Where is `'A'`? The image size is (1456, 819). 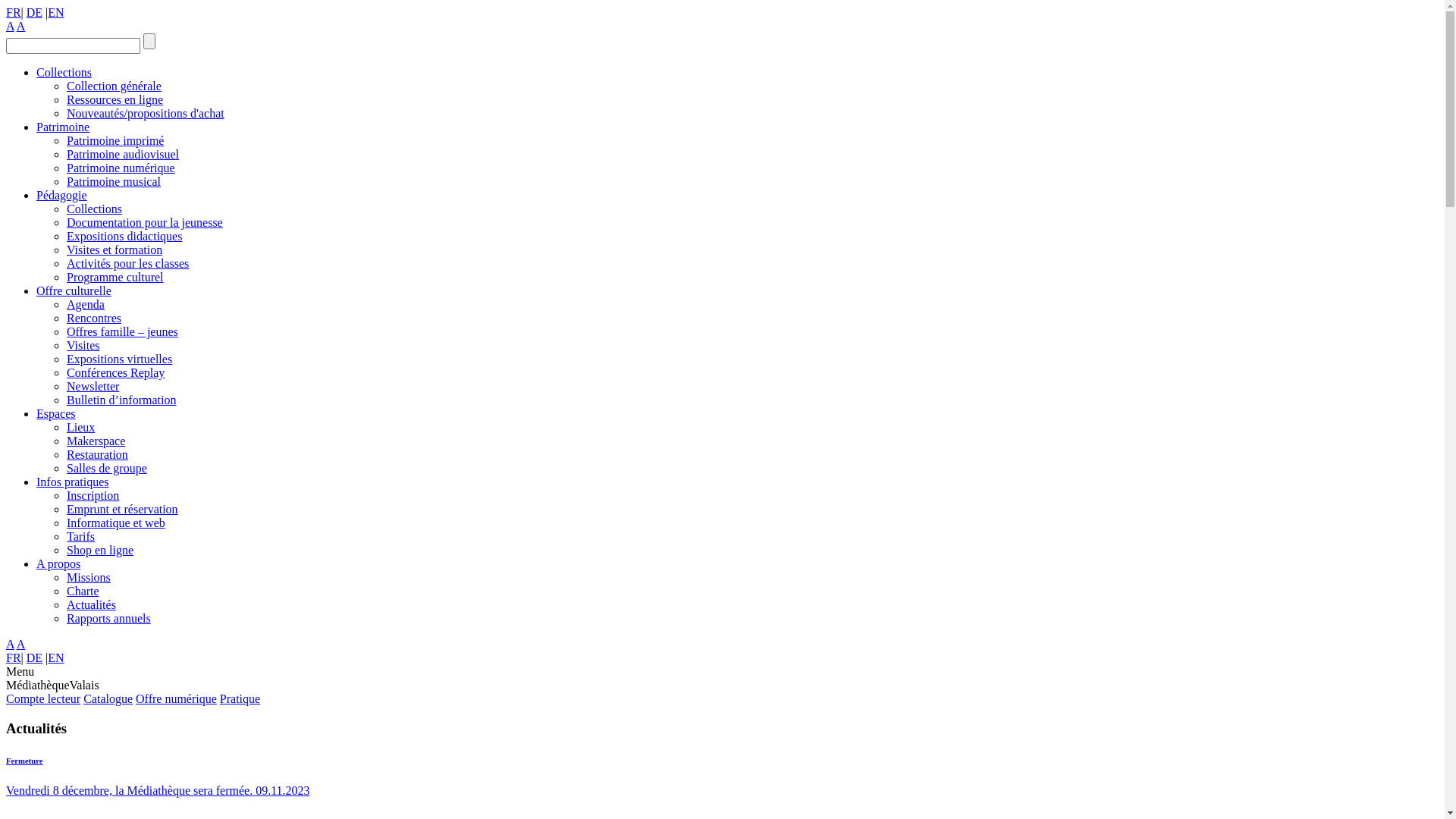
'A' is located at coordinates (21, 26).